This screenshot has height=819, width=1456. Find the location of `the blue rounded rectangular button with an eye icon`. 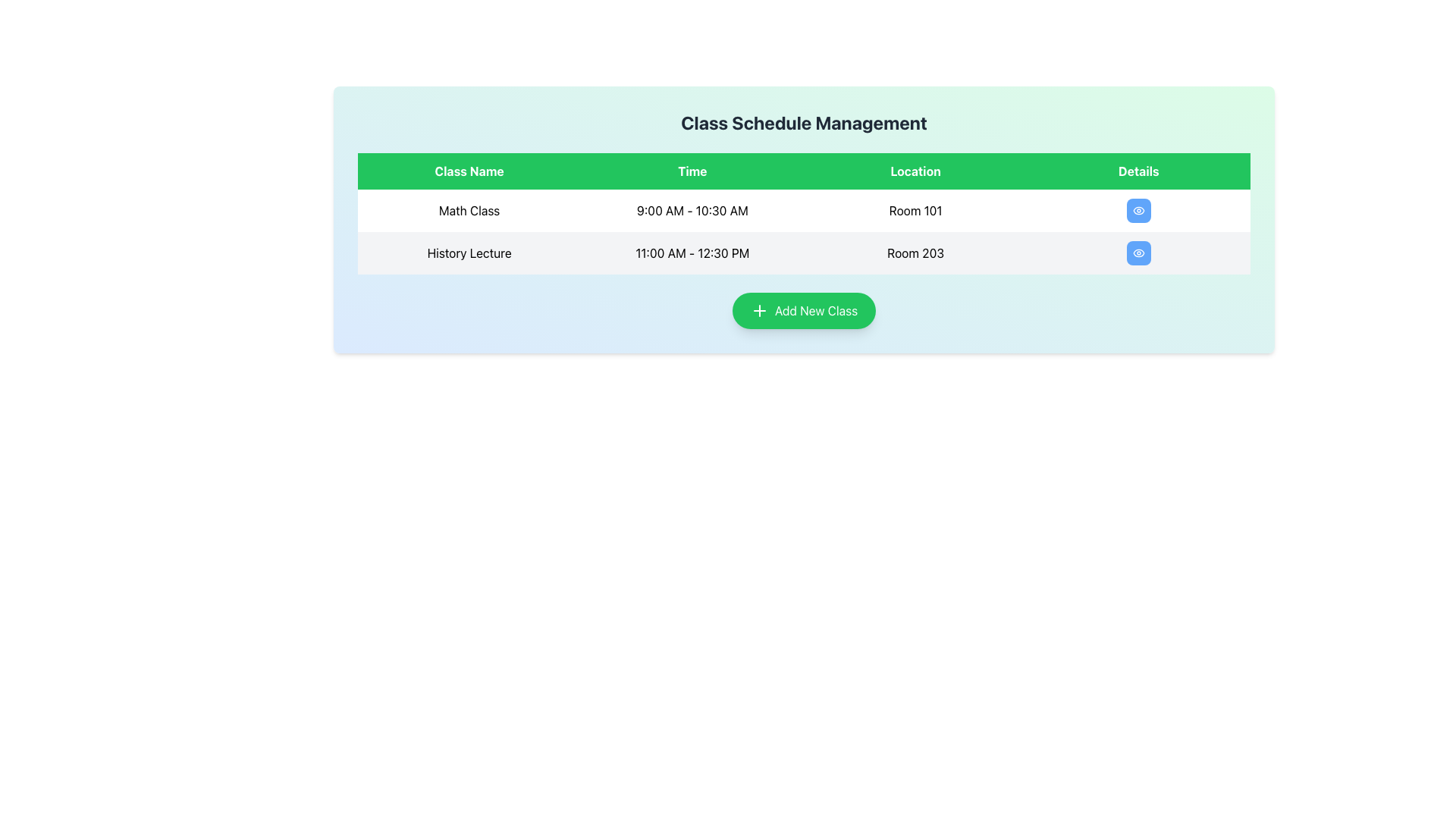

the blue rounded rectangular button with an eye icon is located at coordinates (1138, 210).